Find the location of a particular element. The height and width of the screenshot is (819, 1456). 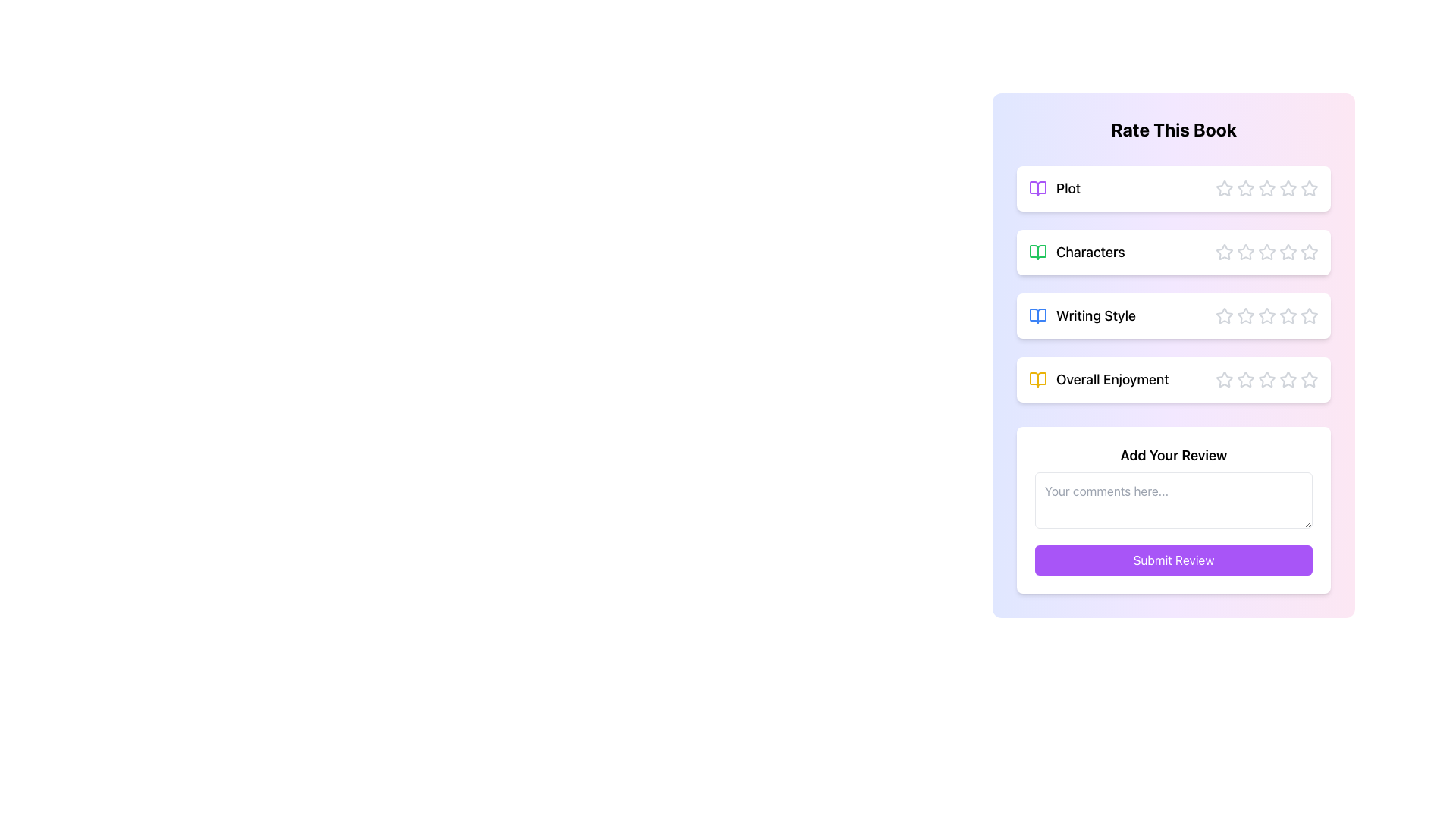

the Header indicating the purpose of the interface for rating a book, which is located at the top of the rating sections is located at coordinates (1173, 128).